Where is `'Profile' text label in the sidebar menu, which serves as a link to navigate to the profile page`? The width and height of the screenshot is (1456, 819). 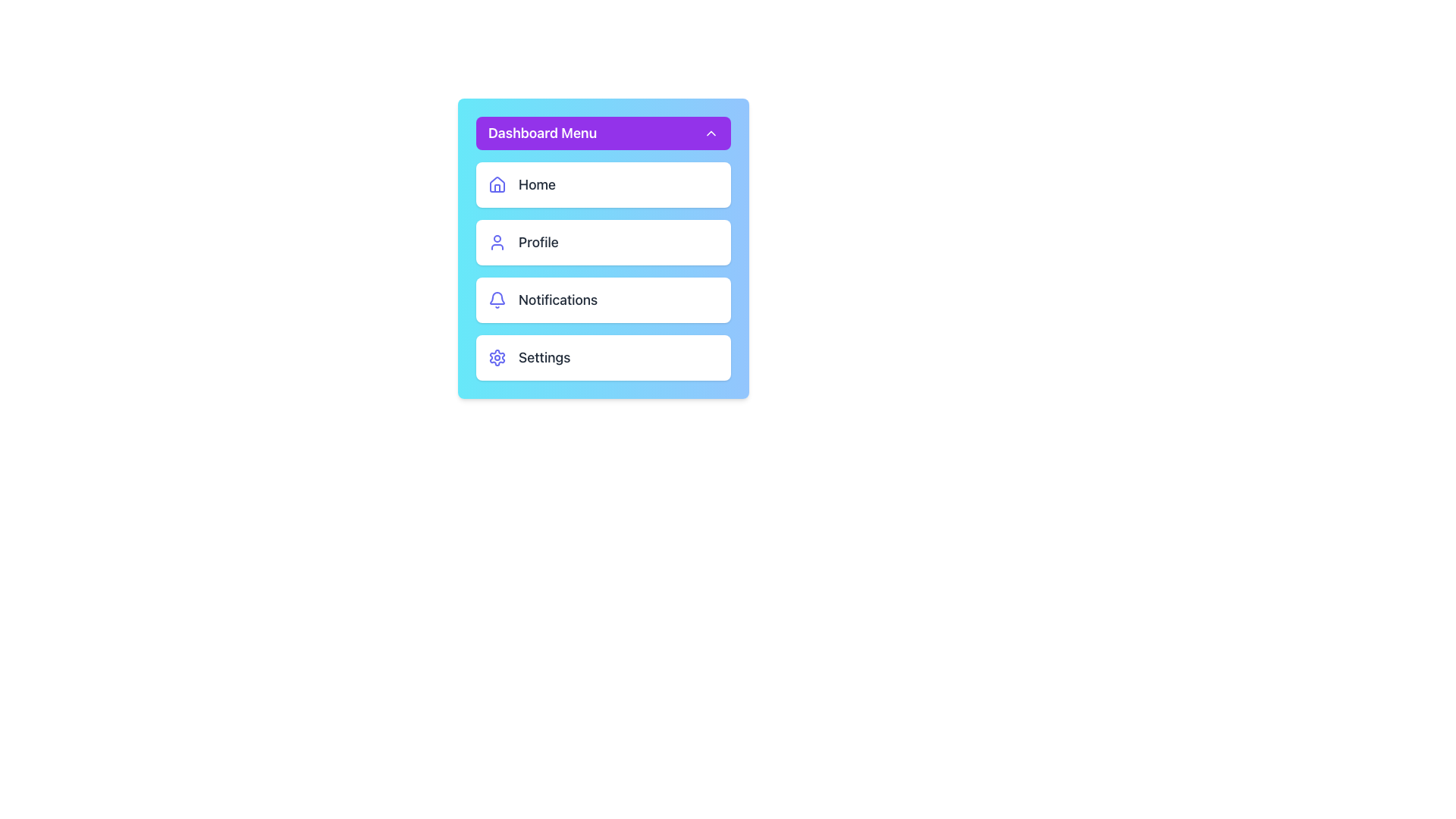
'Profile' text label in the sidebar menu, which serves as a link to navigate to the profile page is located at coordinates (538, 242).